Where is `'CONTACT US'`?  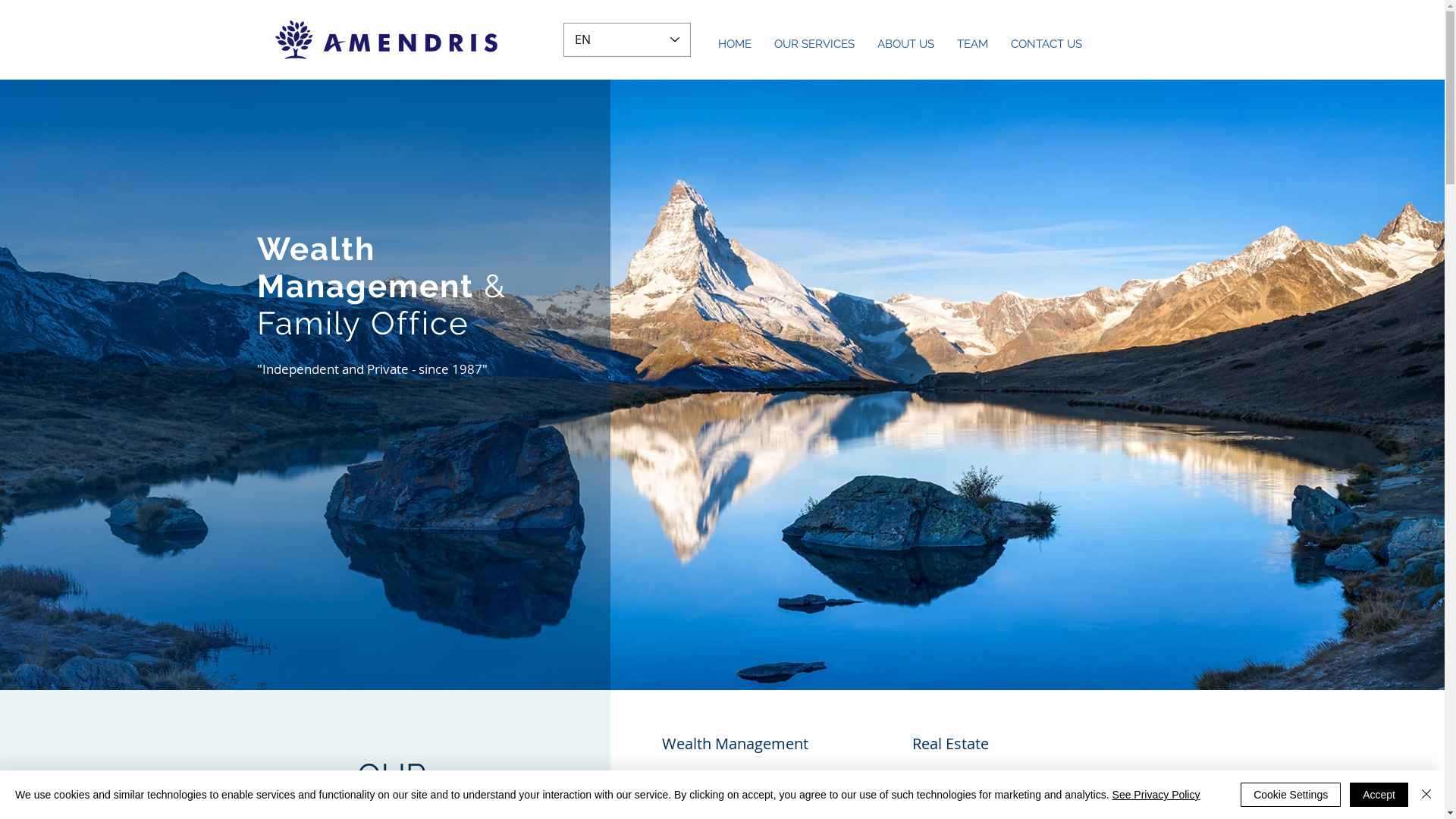
'CONTACT US' is located at coordinates (1046, 42).